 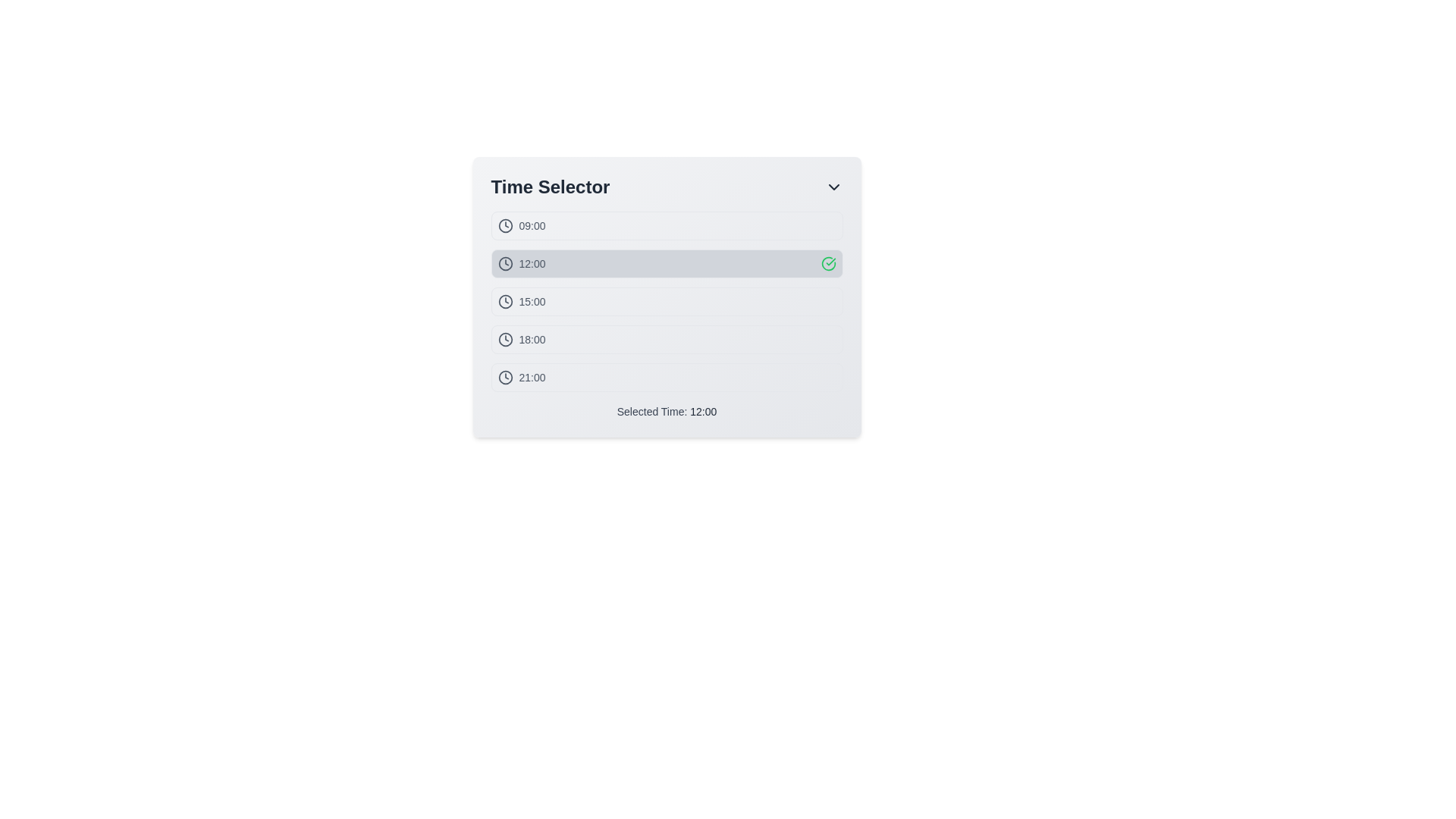 What do you see at coordinates (827, 262) in the screenshot?
I see `the status indicated by the Checkmark icon for the selected time '12:00', which is located at the far right of the list item` at bounding box center [827, 262].